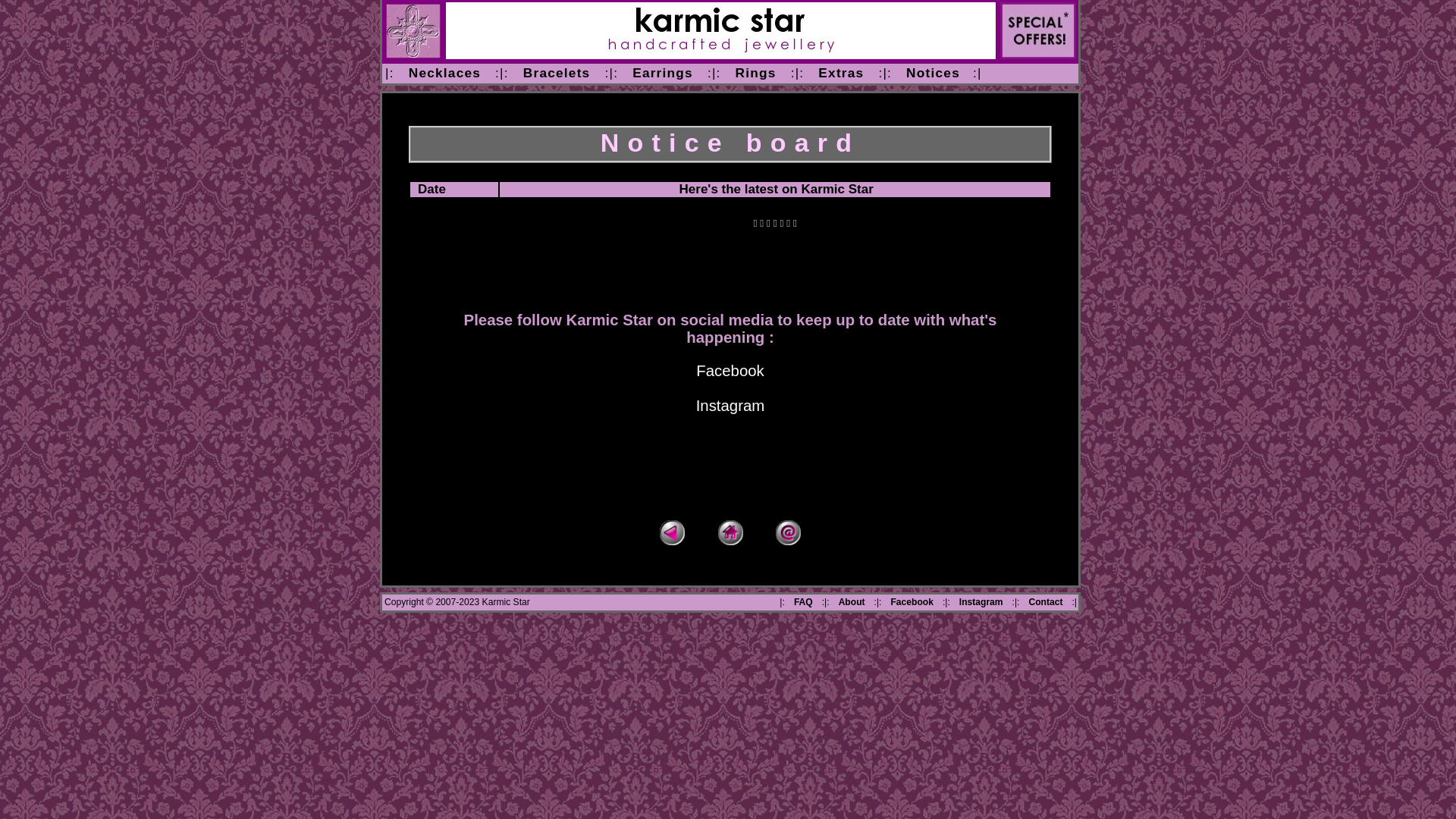 Image resolution: width=1456 pixels, height=819 pixels. What do you see at coordinates (802, 601) in the screenshot?
I see `'FAQ'` at bounding box center [802, 601].